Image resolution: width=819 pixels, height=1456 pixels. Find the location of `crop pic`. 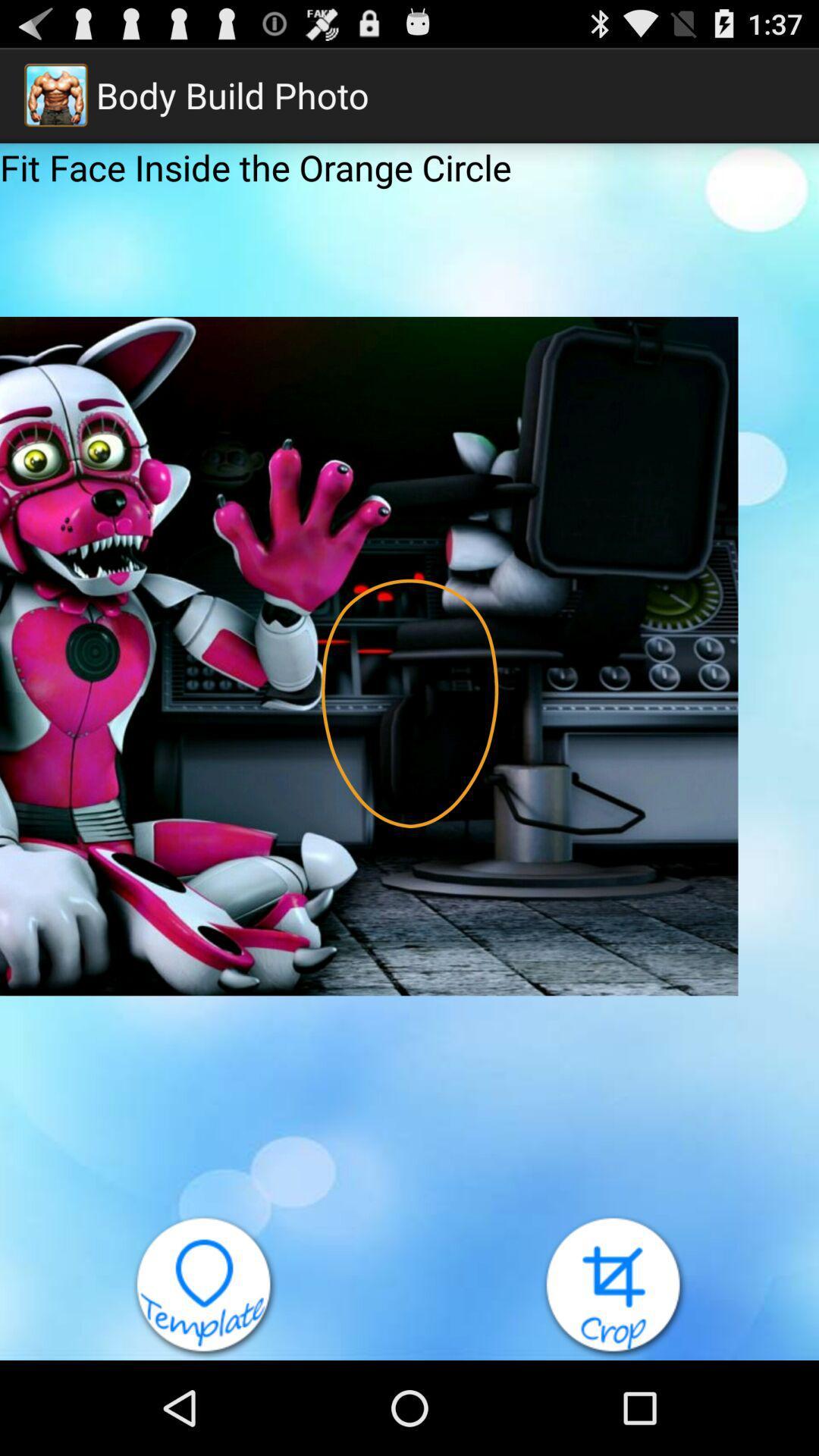

crop pic is located at coordinates (614, 1286).